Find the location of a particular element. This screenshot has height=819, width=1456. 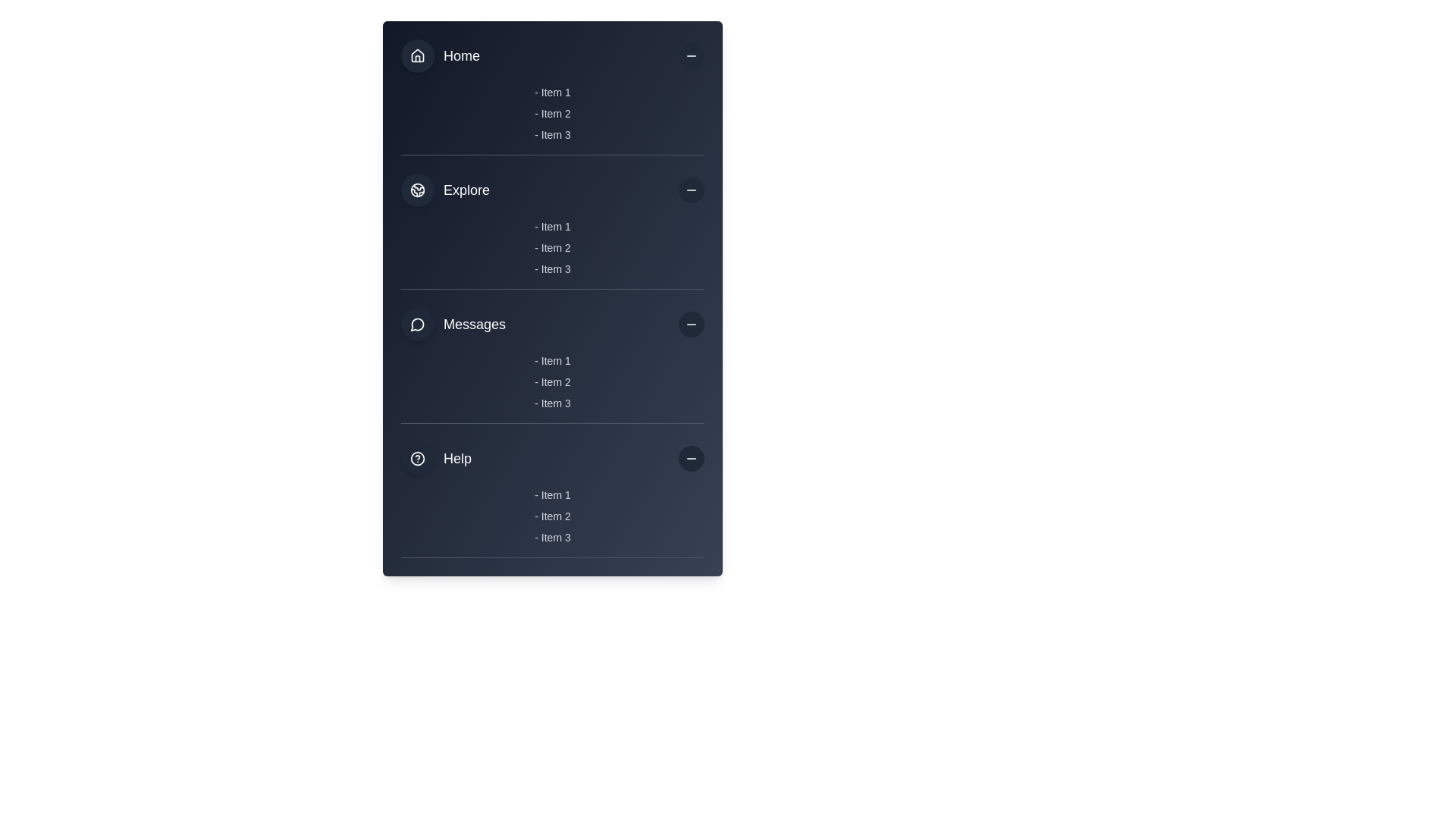

text of the 'Home' label located in the first section of the vertical navigation menu, positioned to the right of a house icon is located at coordinates (461, 55).